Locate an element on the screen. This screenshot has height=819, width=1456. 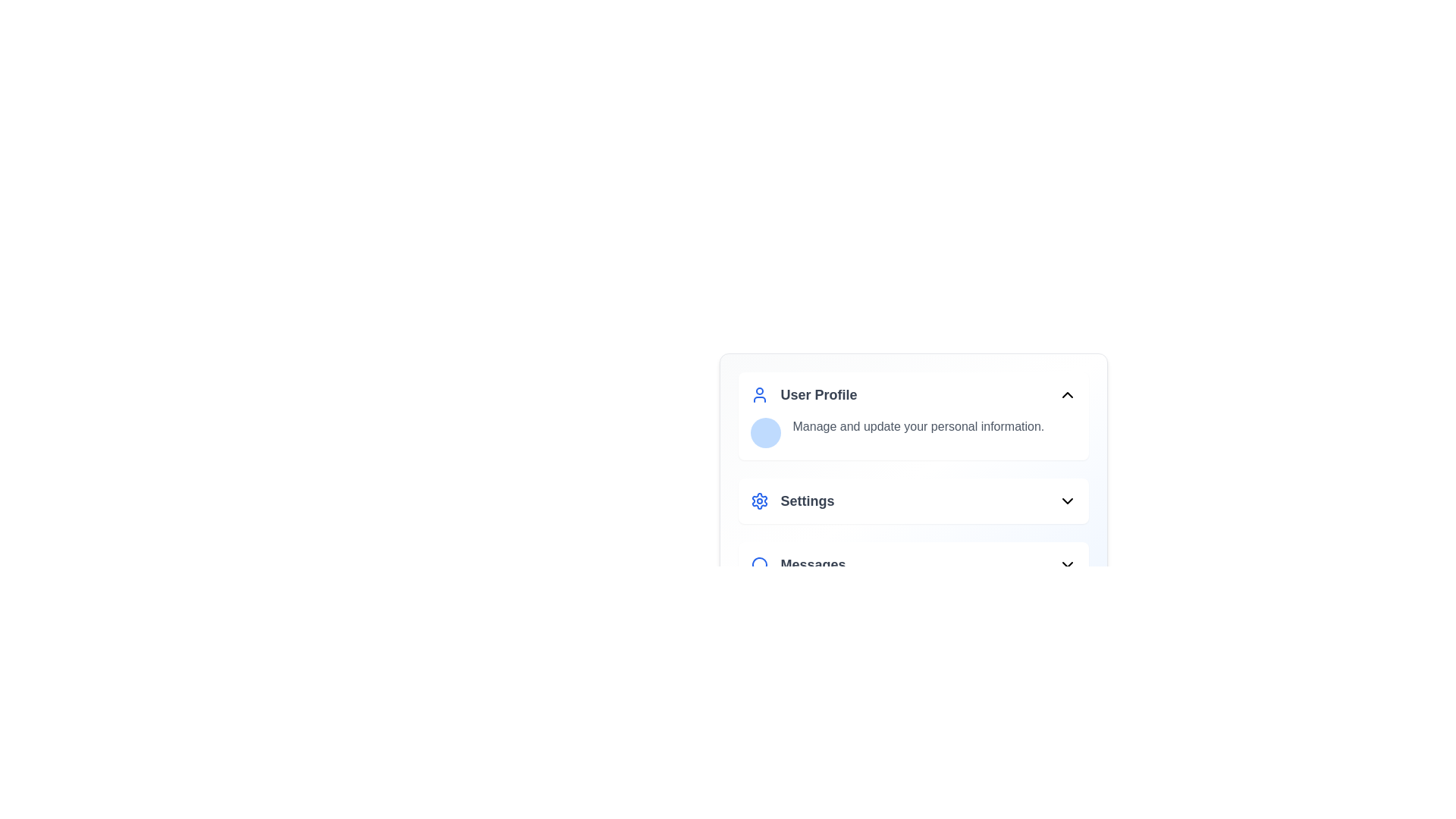
the distinct blue circular icon with a stroke outline located to the left of the 'Messages' label is located at coordinates (759, 564).